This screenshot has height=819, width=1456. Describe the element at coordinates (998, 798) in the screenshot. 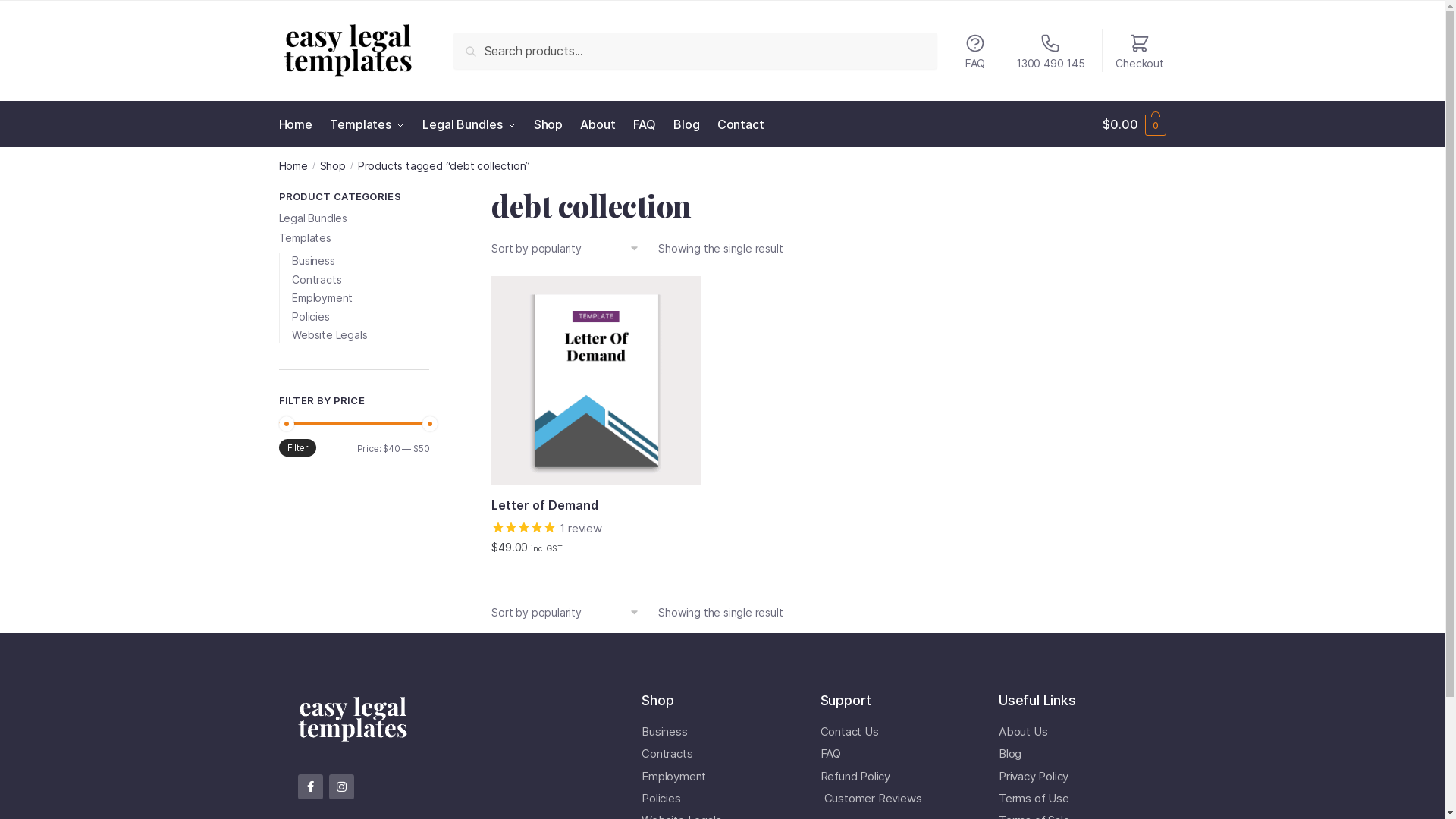

I see `'Terms of Use'` at that location.